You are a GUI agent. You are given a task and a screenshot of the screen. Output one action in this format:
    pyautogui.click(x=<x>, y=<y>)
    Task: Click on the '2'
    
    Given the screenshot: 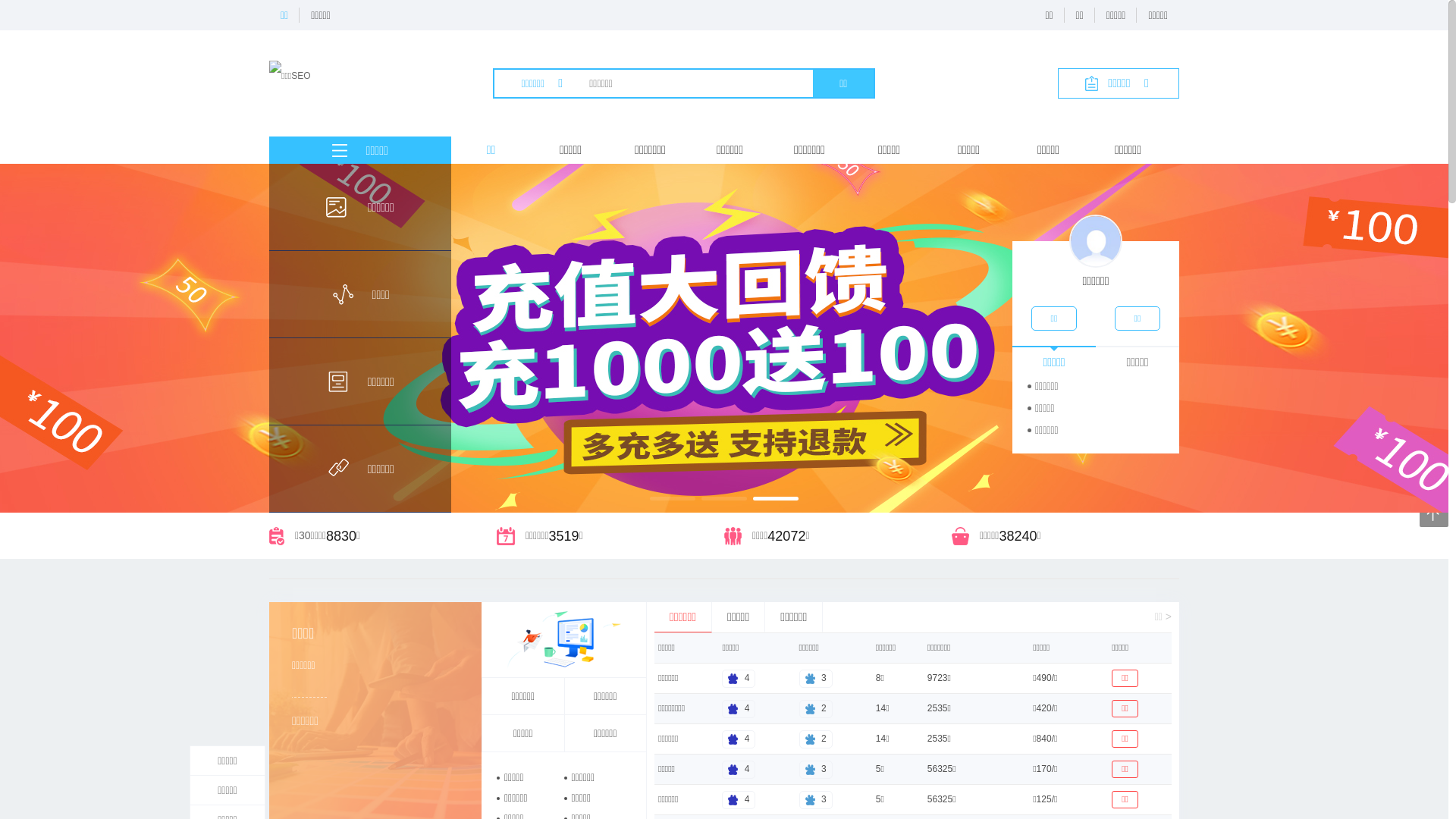 What is the action you would take?
    pyautogui.click(x=814, y=708)
    